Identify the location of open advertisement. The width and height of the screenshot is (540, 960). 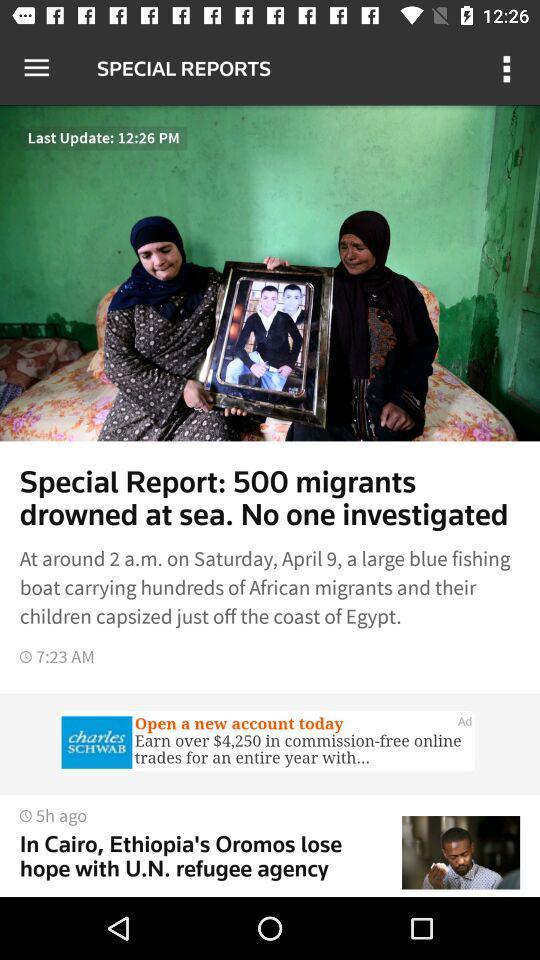
(270, 742).